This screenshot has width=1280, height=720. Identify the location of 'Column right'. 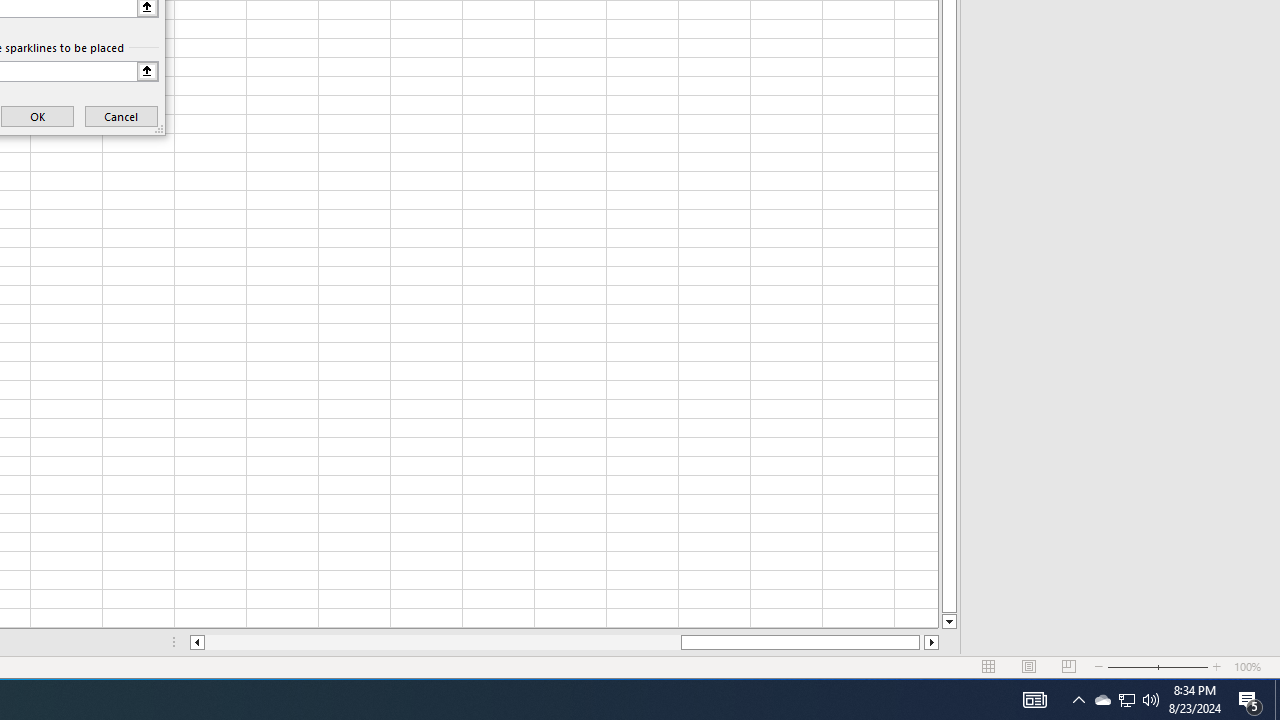
(931, 642).